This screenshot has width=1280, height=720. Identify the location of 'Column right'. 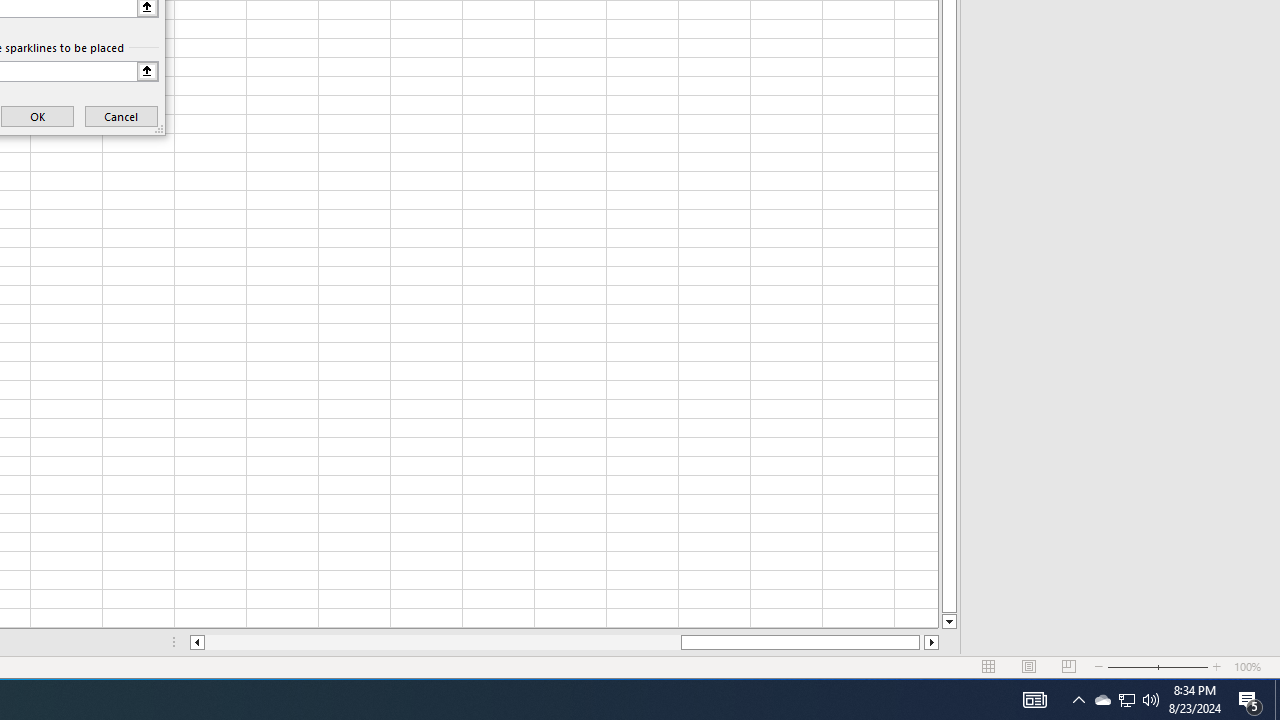
(931, 642).